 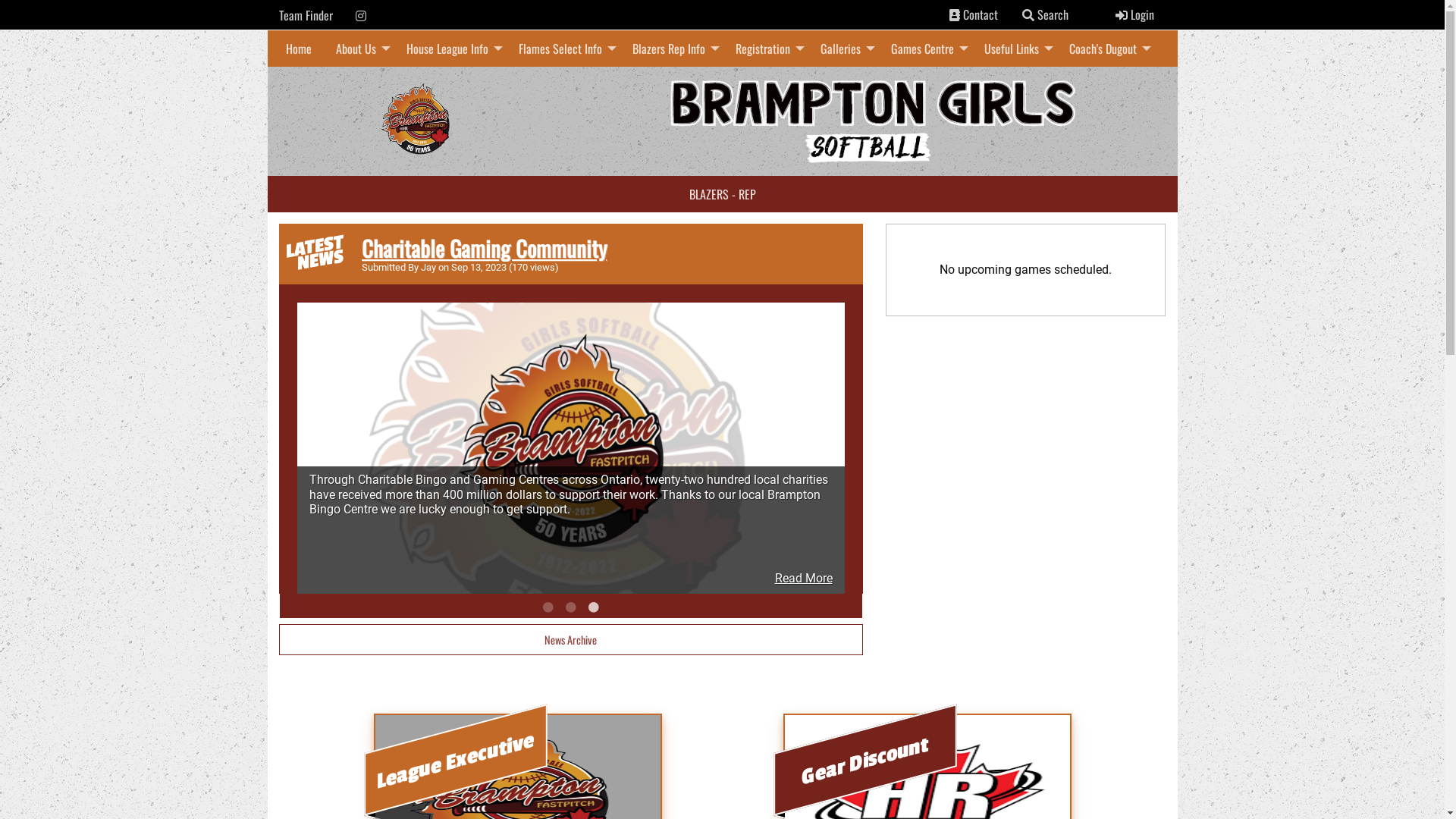 What do you see at coordinates (563, 48) in the screenshot?
I see `'Flames Select Info'` at bounding box center [563, 48].